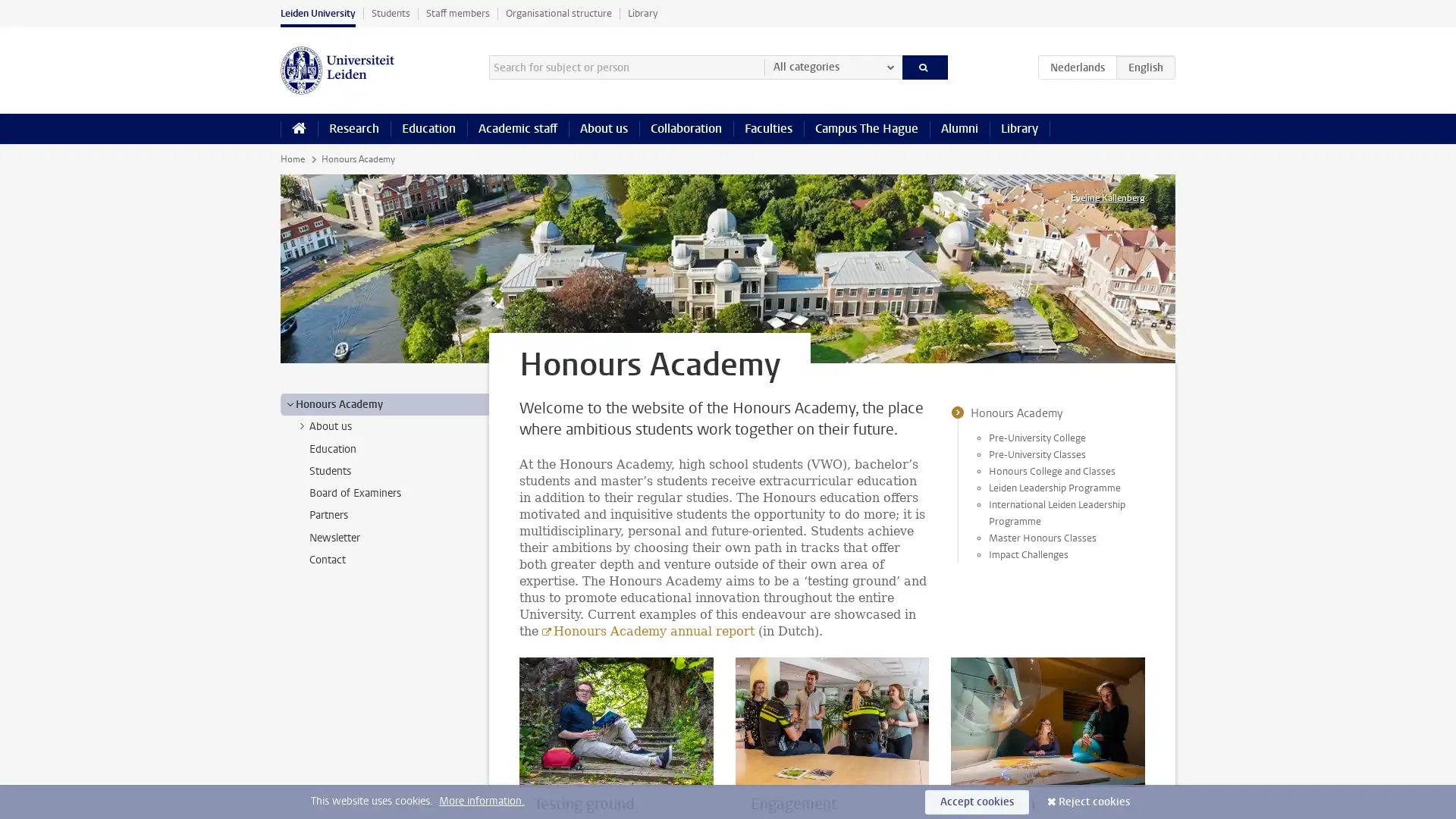 The image size is (1456, 819). What do you see at coordinates (924, 66) in the screenshot?
I see `Search` at bounding box center [924, 66].